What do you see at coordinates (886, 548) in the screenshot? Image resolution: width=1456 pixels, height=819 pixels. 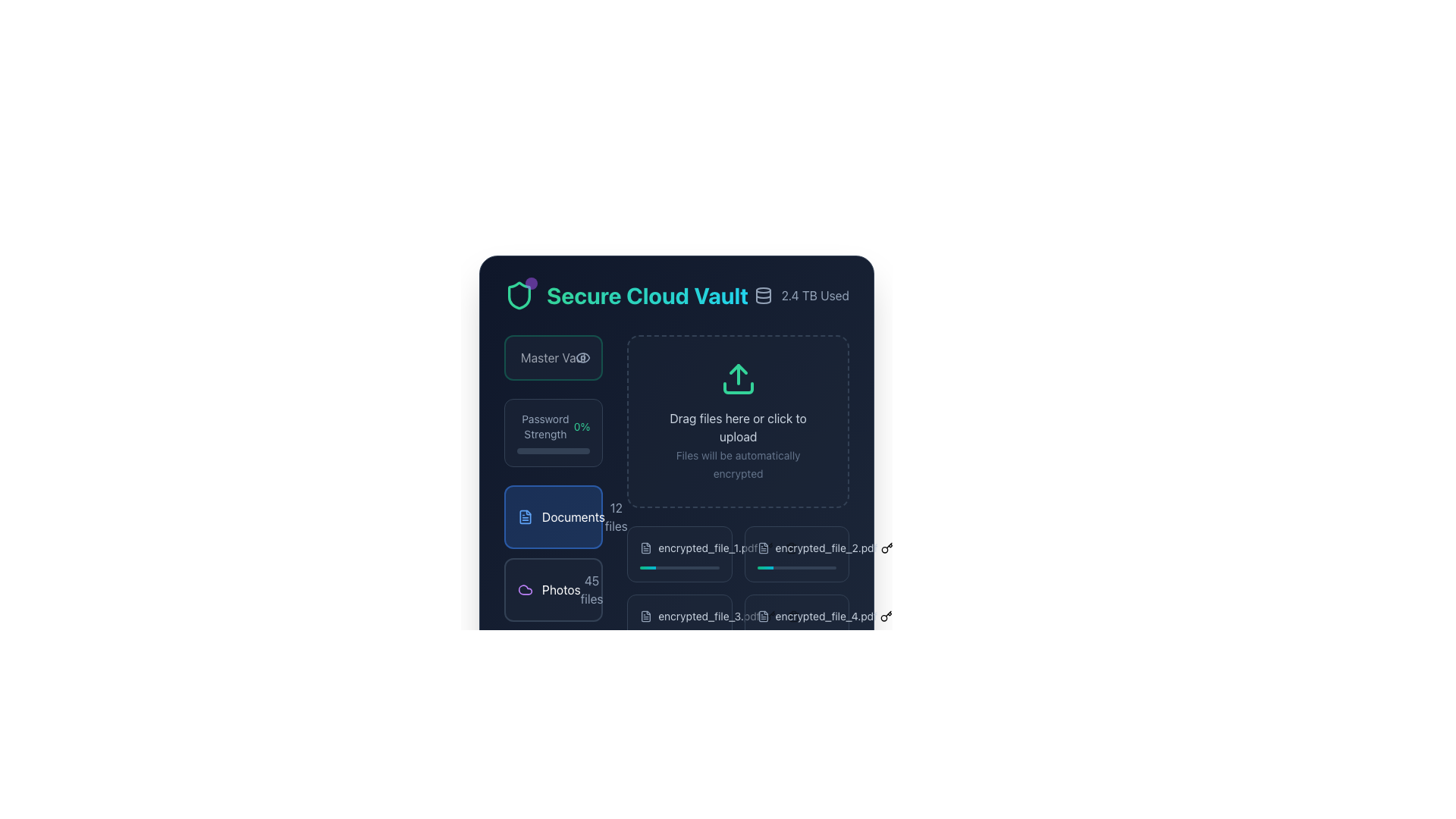 I see `the icon representing key-based encryption located in the bottom-right section of the interface, next to the file name and progress bar` at bounding box center [886, 548].